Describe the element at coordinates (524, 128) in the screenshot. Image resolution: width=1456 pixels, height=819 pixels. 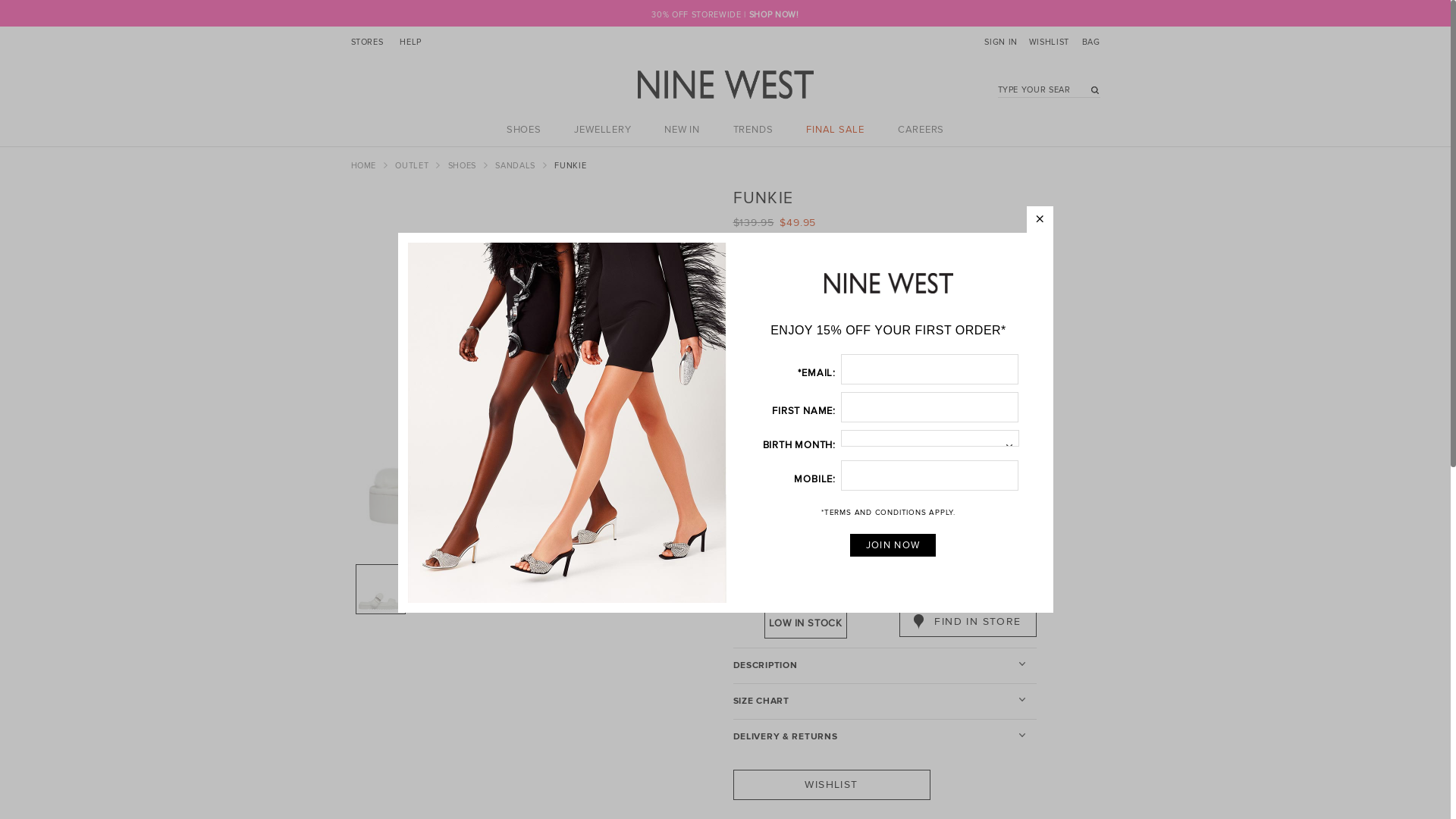
I see `'SHOES'` at that location.